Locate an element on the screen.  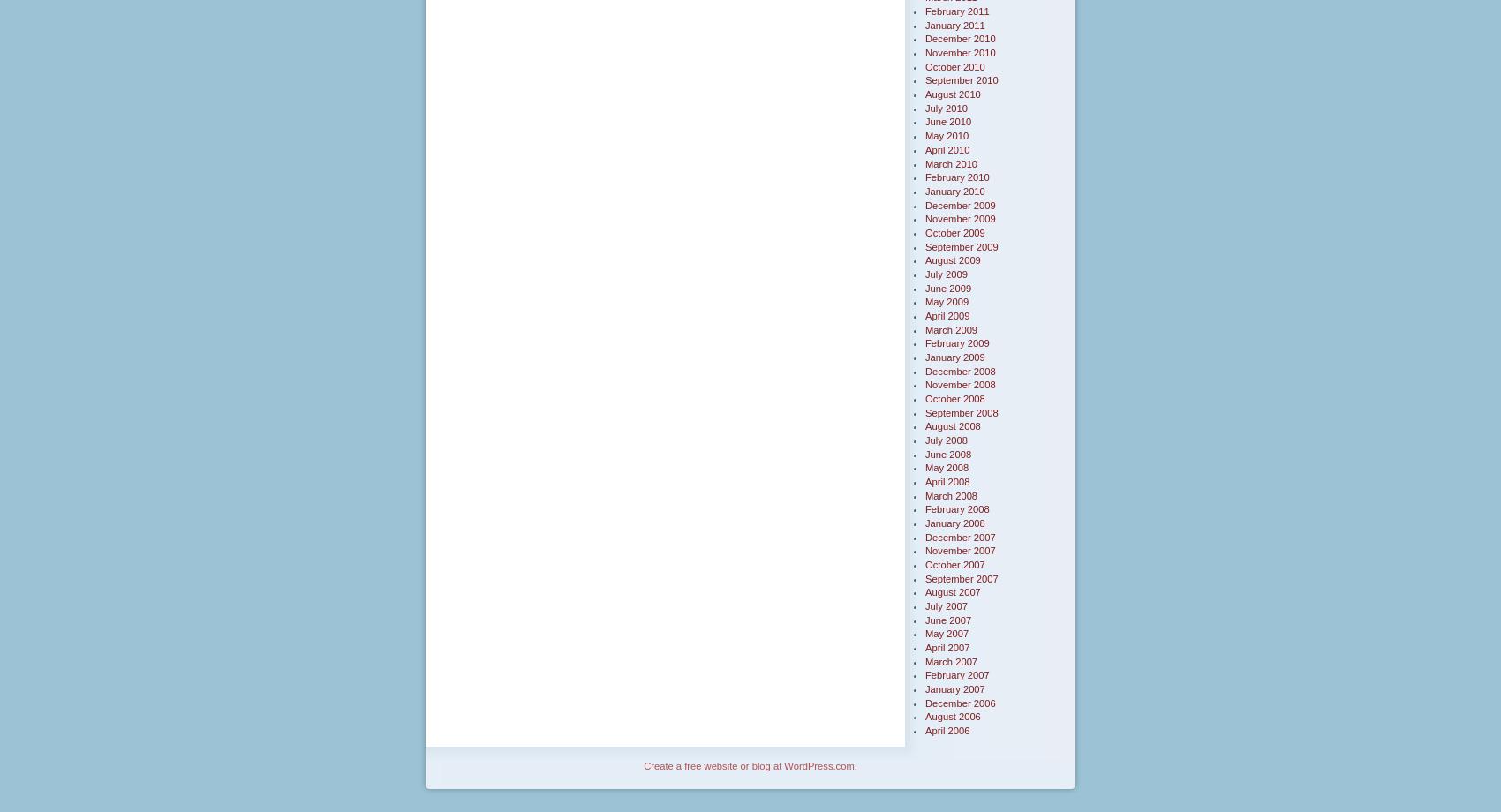
'July 2010' is located at coordinates (946, 106).